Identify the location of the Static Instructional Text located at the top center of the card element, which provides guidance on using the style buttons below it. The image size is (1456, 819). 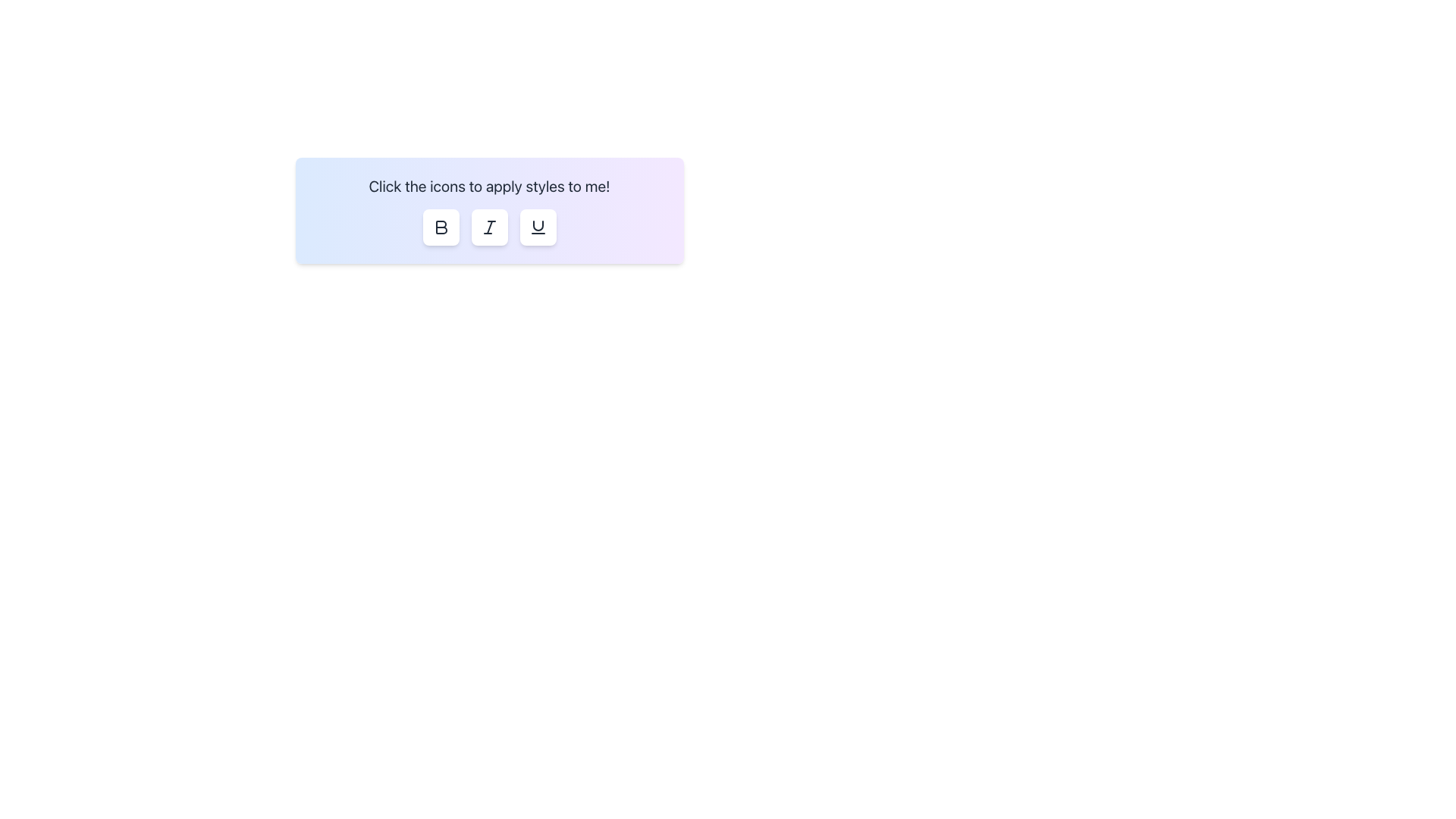
(489, 186).